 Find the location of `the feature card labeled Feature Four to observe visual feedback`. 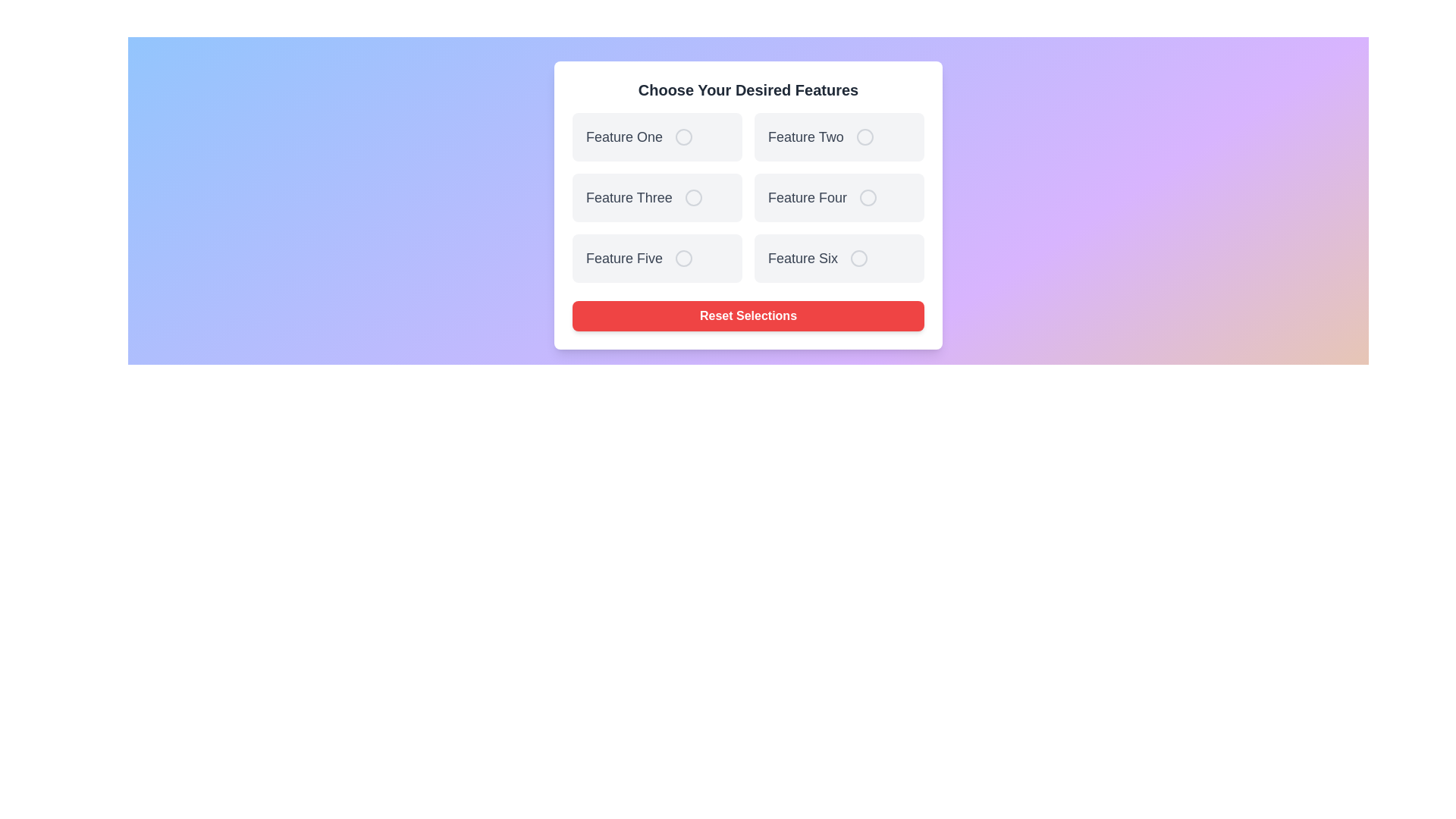

the feature card labeled Feature Four to observe visual feedback is located at coordinates (839, 197).